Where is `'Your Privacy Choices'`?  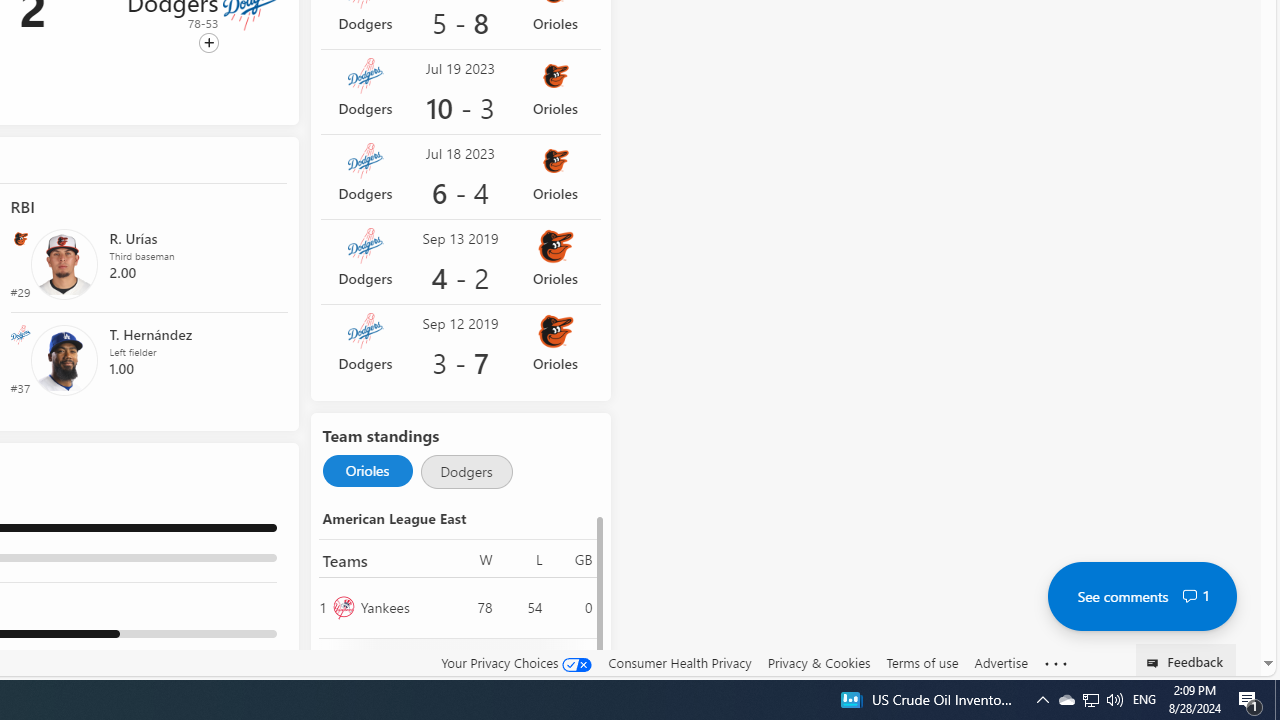 'Your Privacy Choices' is located at coordinates (517, 663).